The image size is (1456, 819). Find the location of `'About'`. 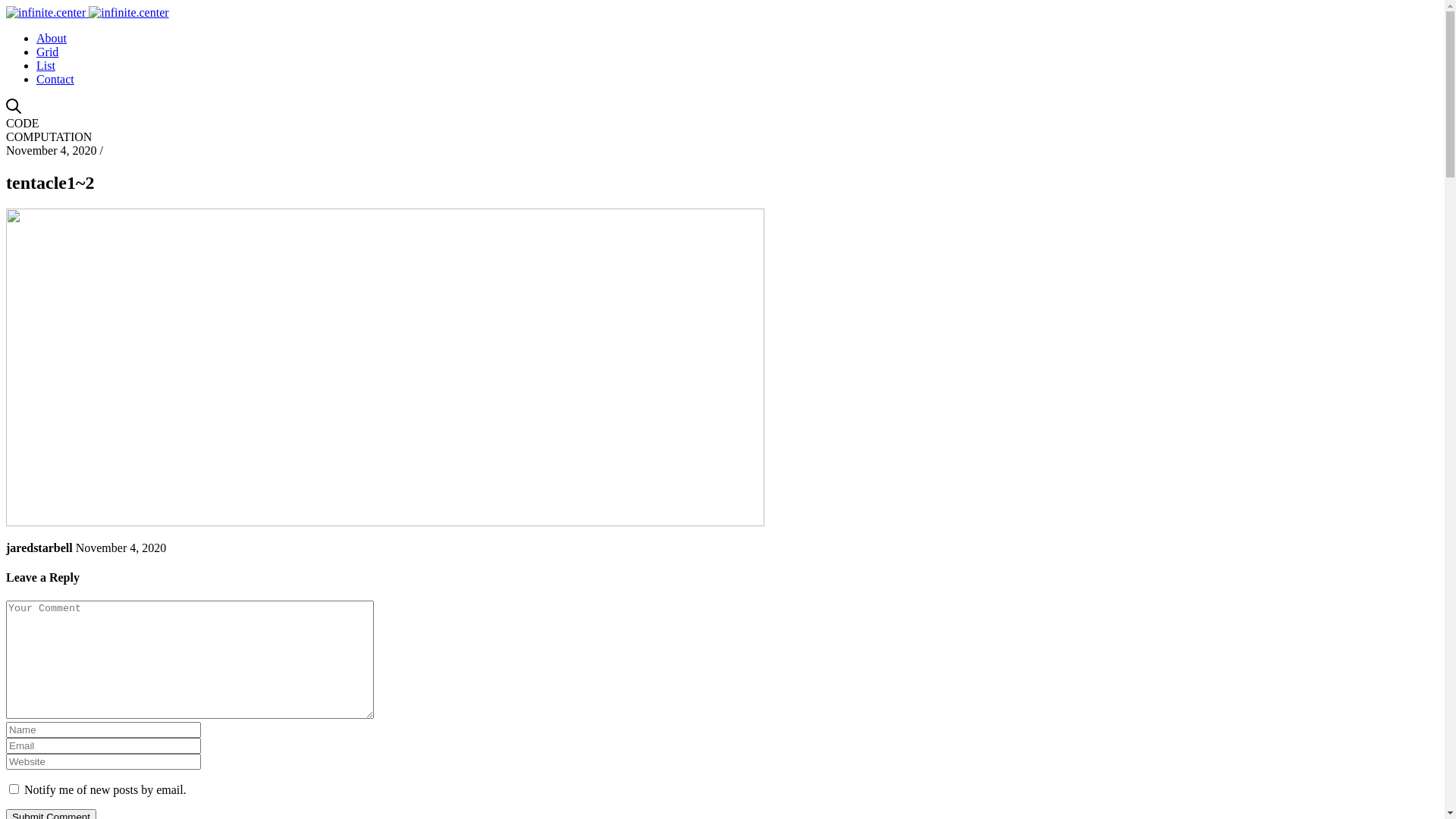

'About' is located at coordinates (51, 37).